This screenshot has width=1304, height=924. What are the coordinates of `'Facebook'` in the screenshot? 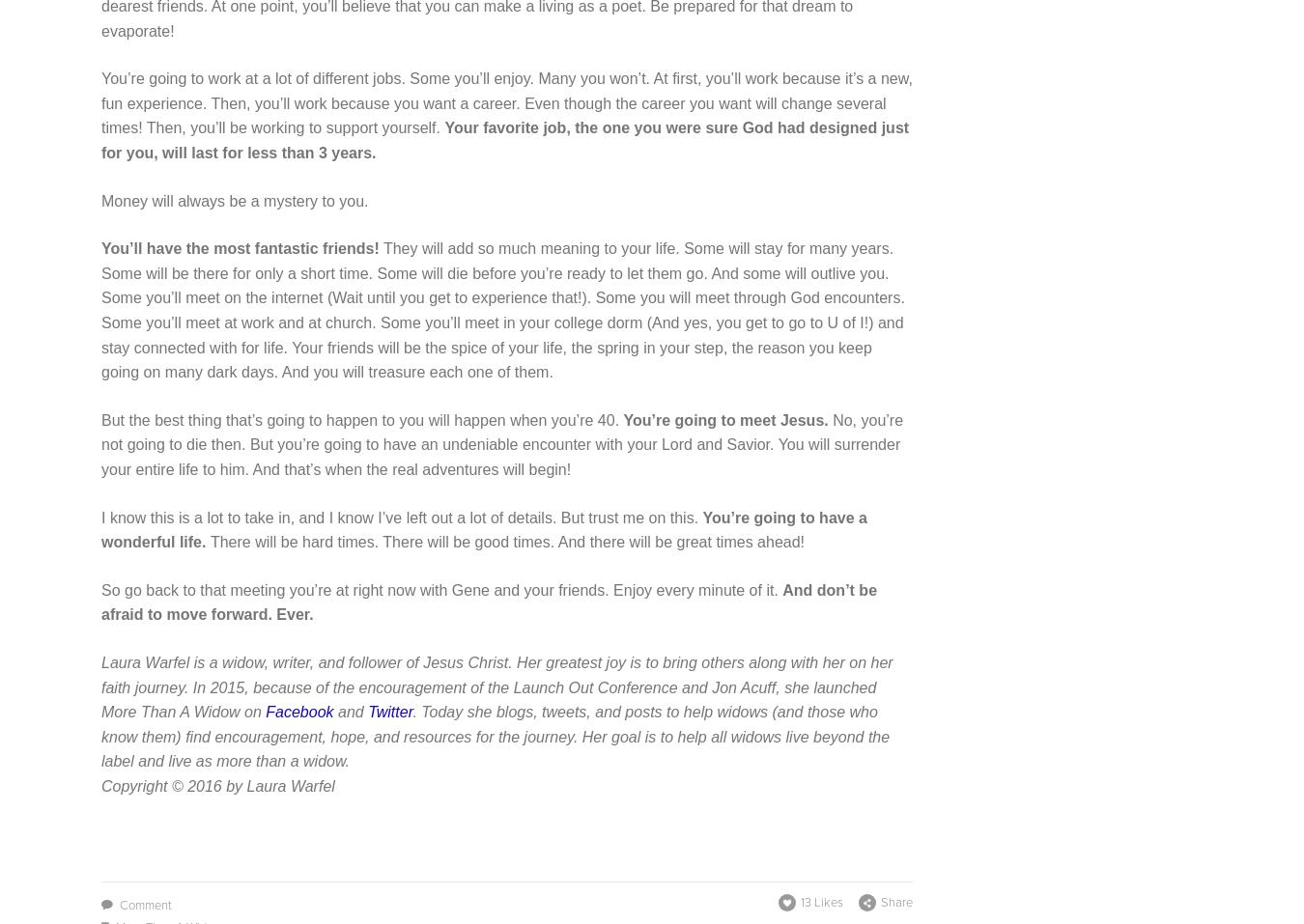 It's located at (298, 712).